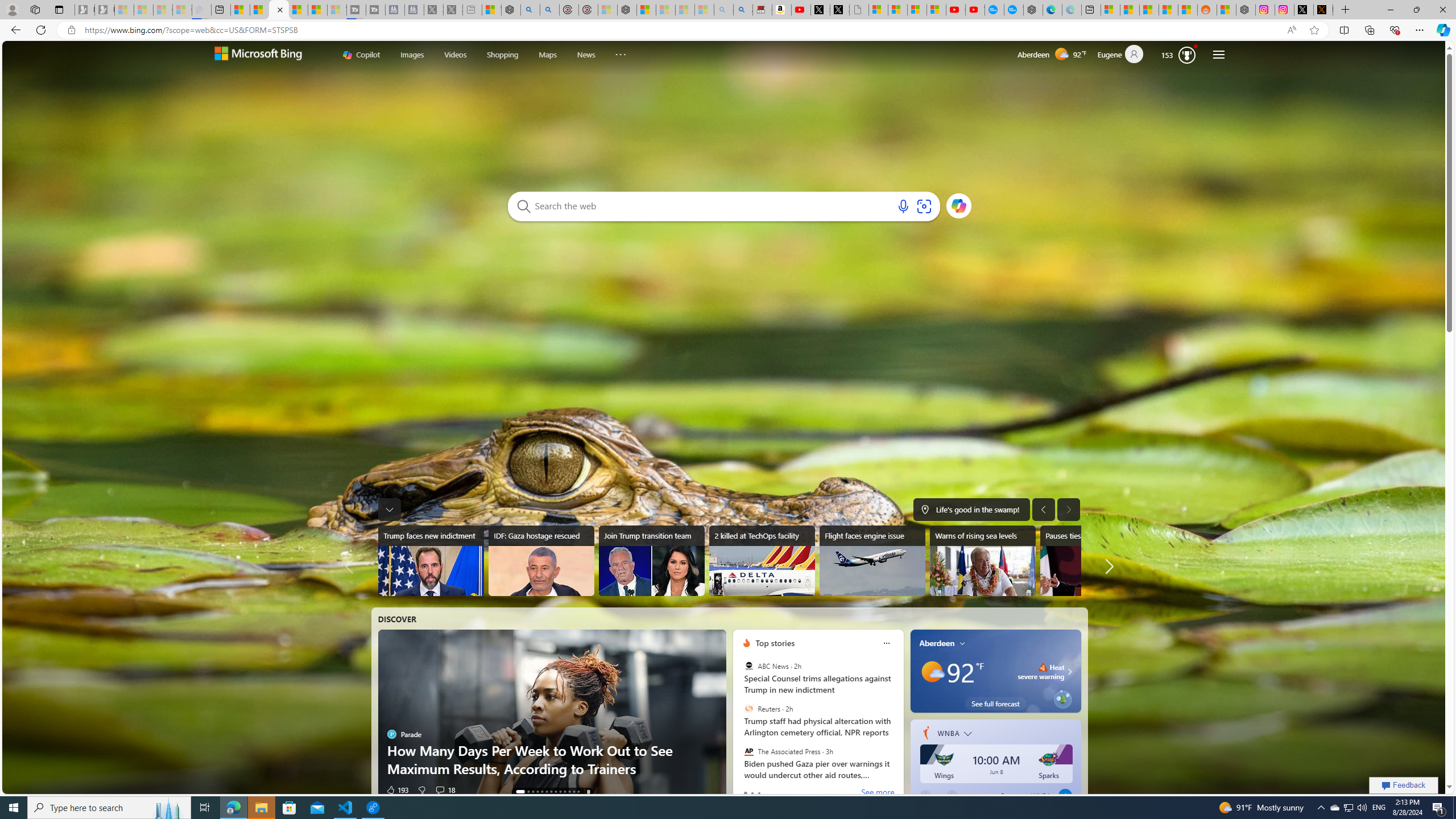  I want to click on 'tab-1', so click(751, 793).